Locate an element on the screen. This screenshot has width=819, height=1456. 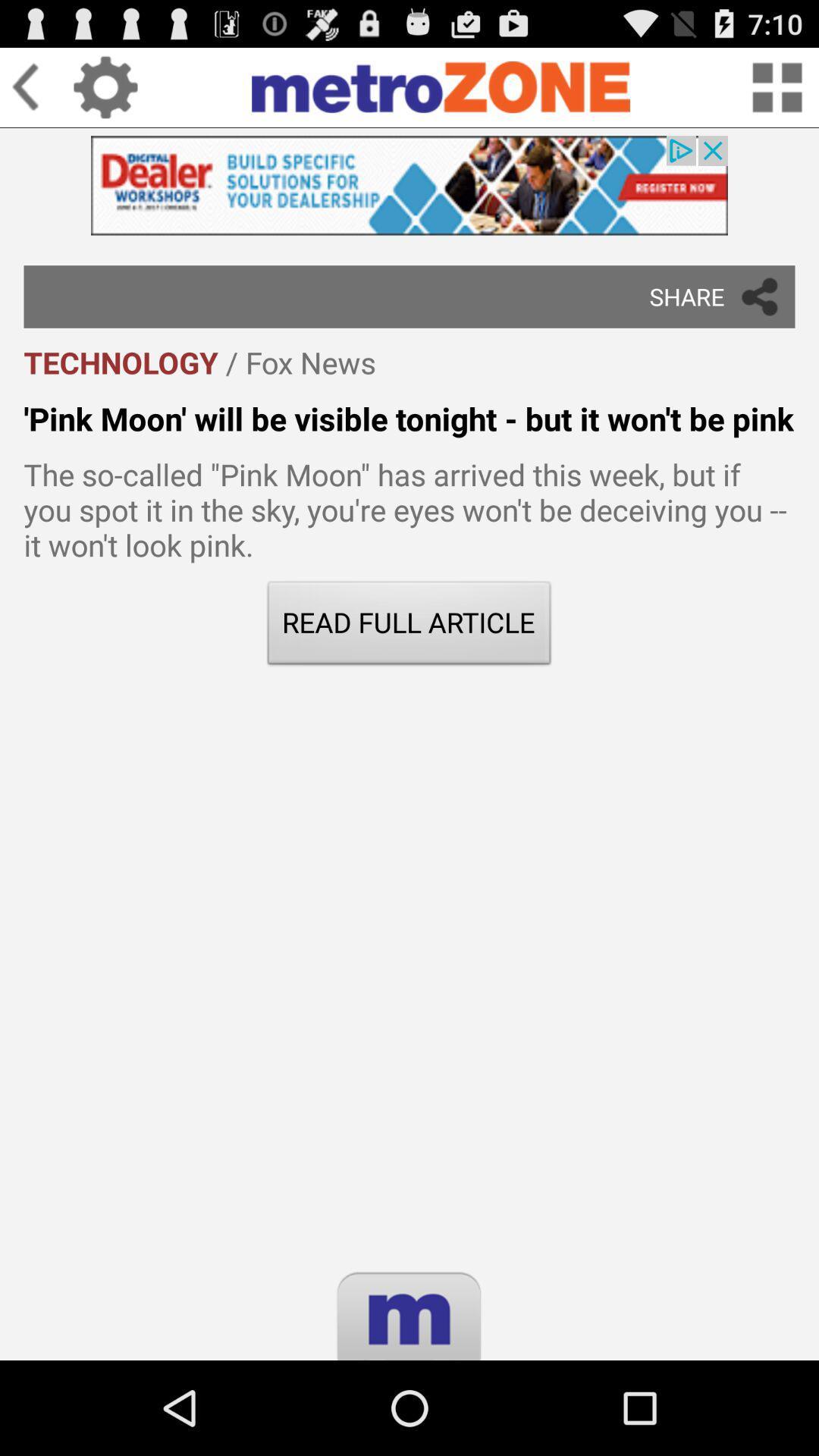
the pause icon is located at coordinates (409, 1423).